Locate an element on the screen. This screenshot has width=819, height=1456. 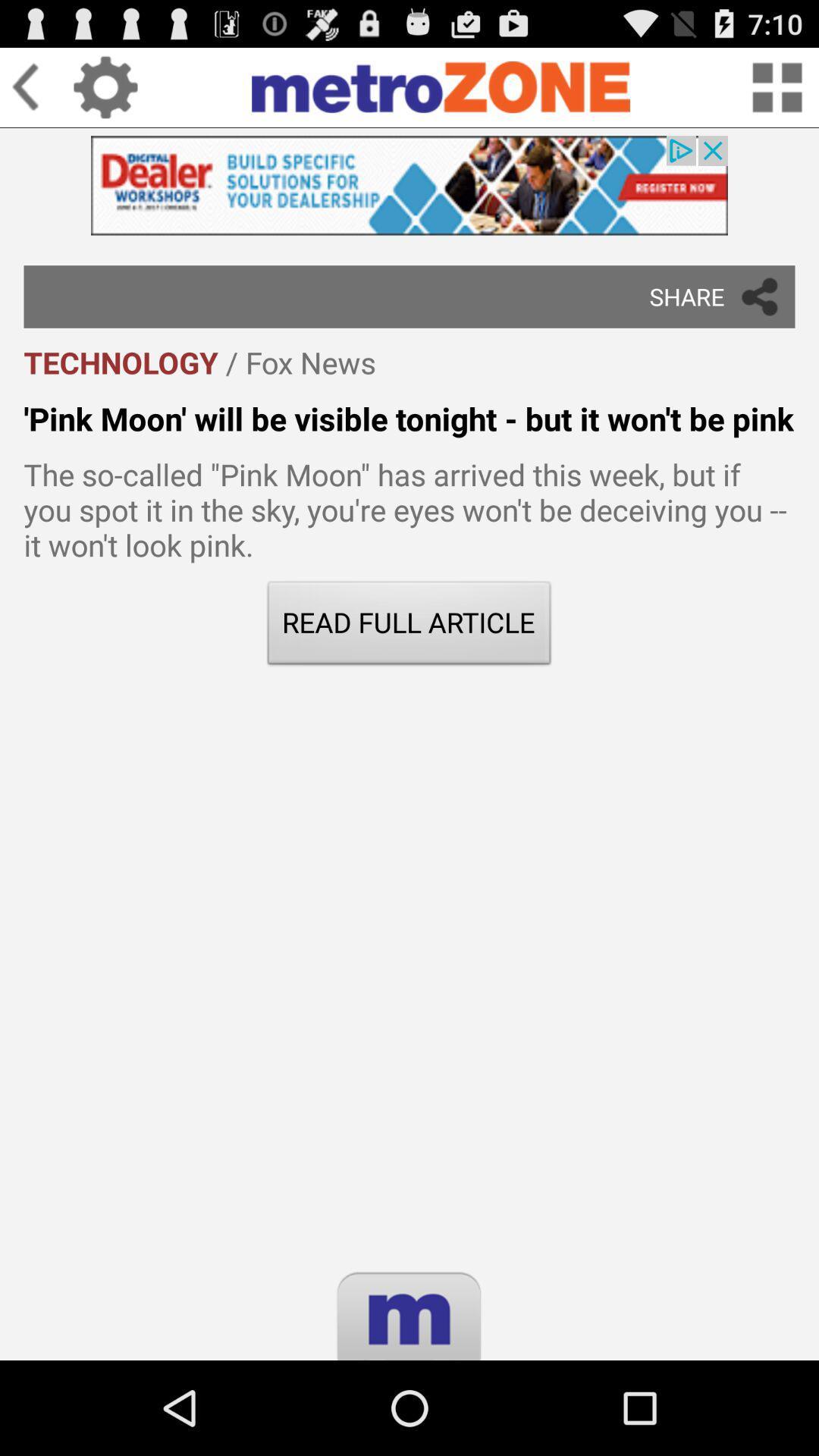
the pause icon is located at coordinates (409, 1423).